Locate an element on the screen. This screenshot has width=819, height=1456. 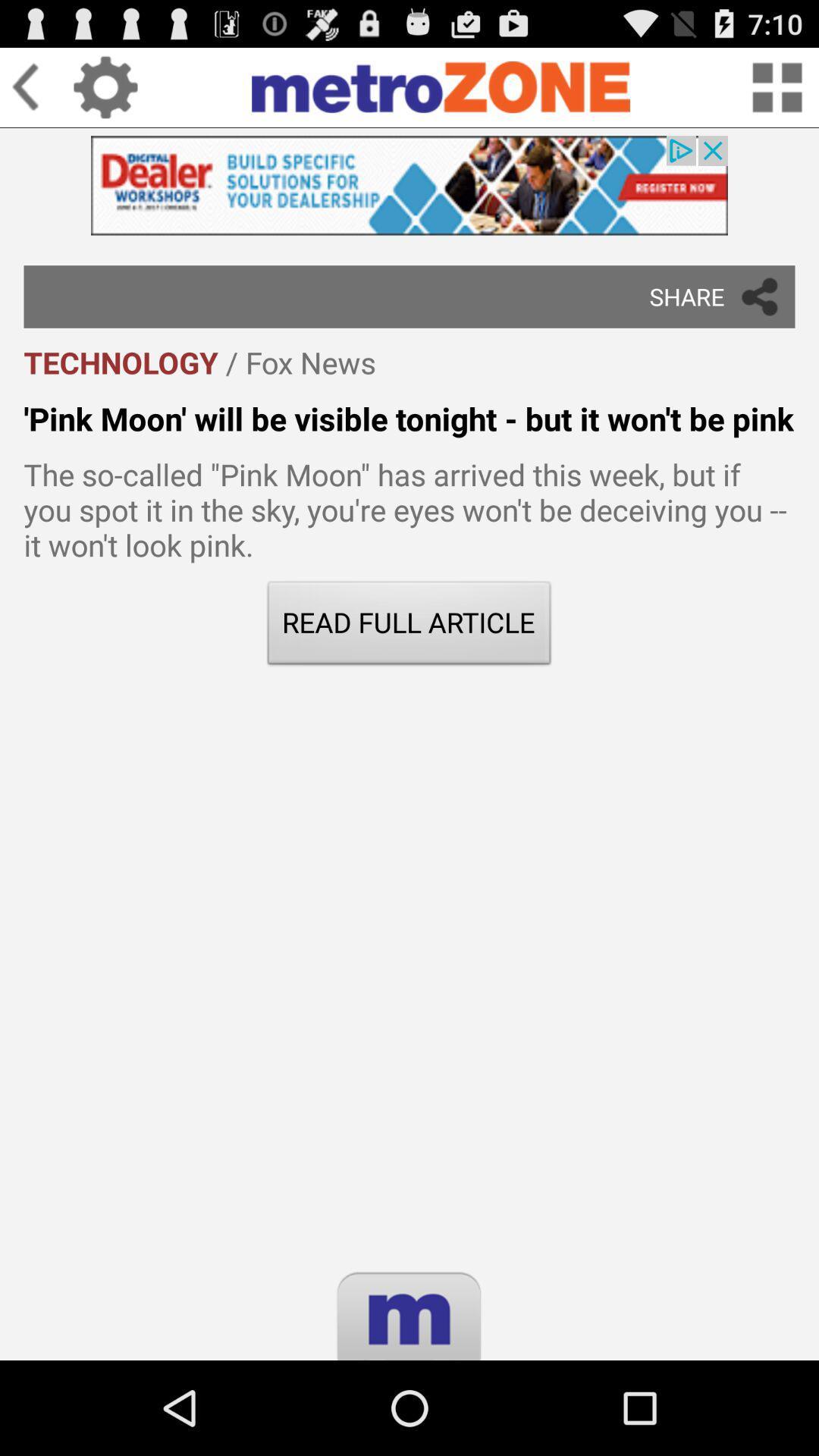
the pause icon is located at coordinates (409, 1423).